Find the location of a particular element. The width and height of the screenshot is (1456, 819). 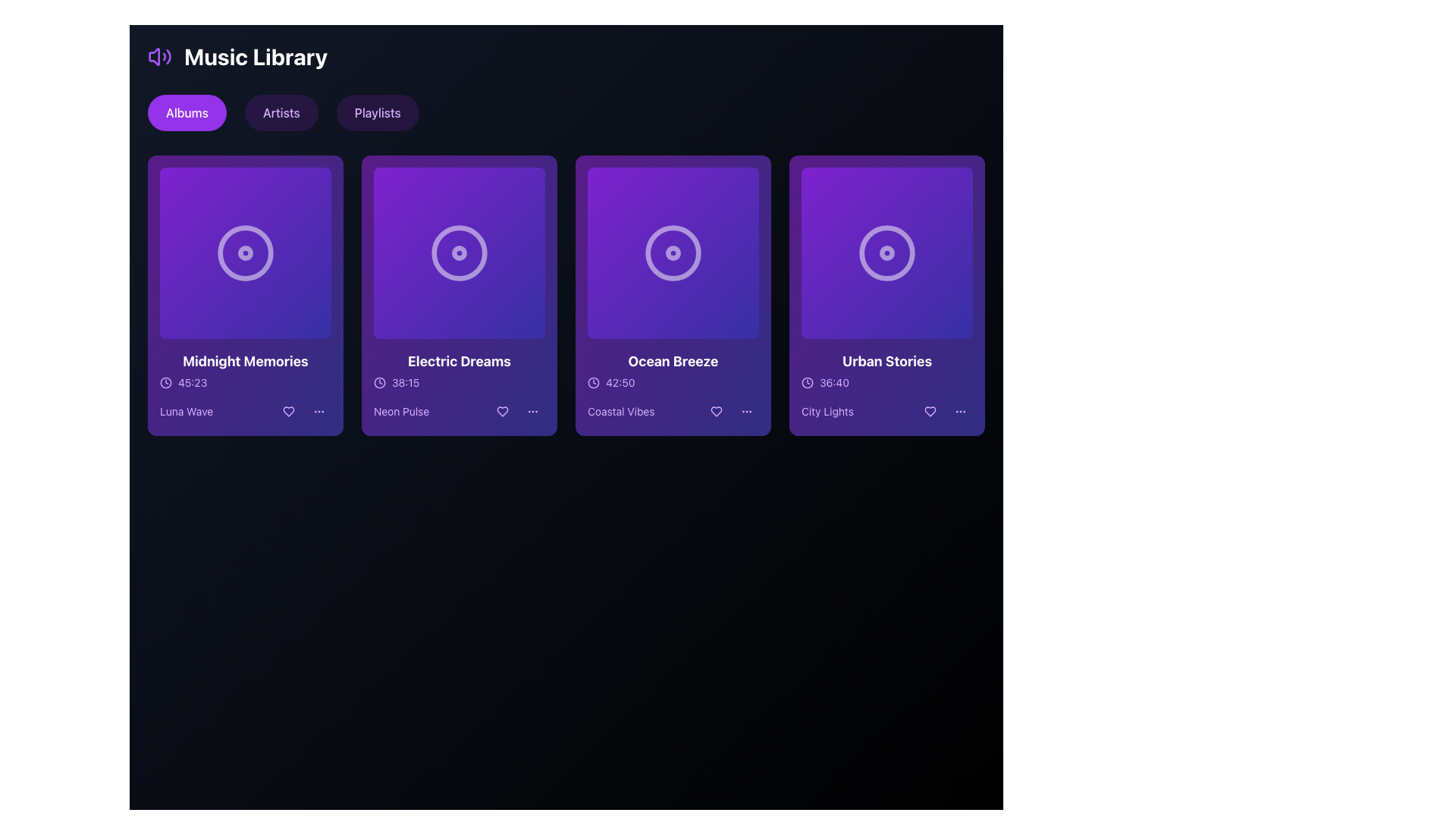

the hollow heart icon button in purple located in the bottom section of the 'Midnight Memories' card is located at coordinates (288, 412).